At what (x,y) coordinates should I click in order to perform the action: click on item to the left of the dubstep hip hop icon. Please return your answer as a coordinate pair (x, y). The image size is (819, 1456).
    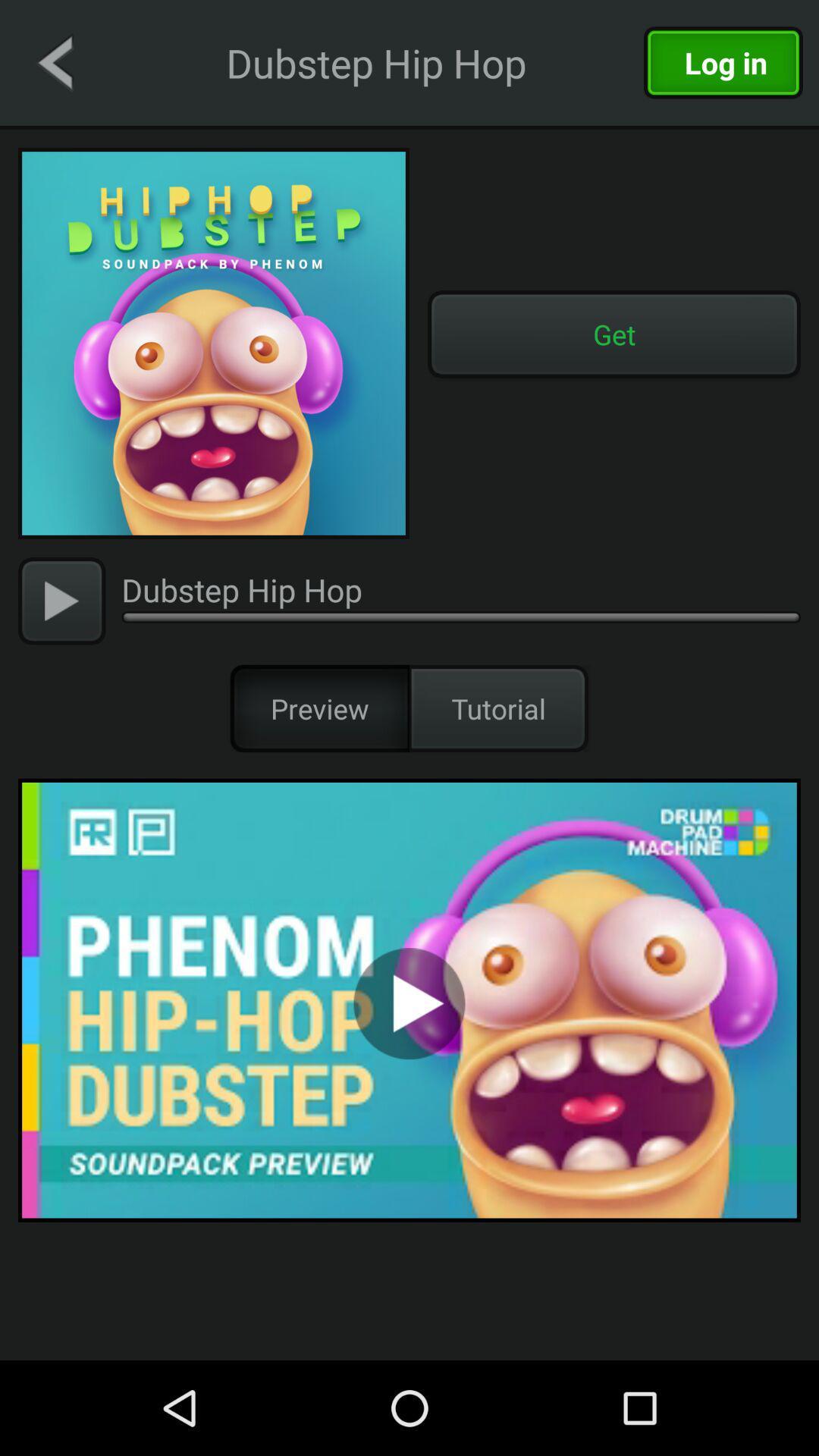
    Looking at the image, I should click on (61, 600).